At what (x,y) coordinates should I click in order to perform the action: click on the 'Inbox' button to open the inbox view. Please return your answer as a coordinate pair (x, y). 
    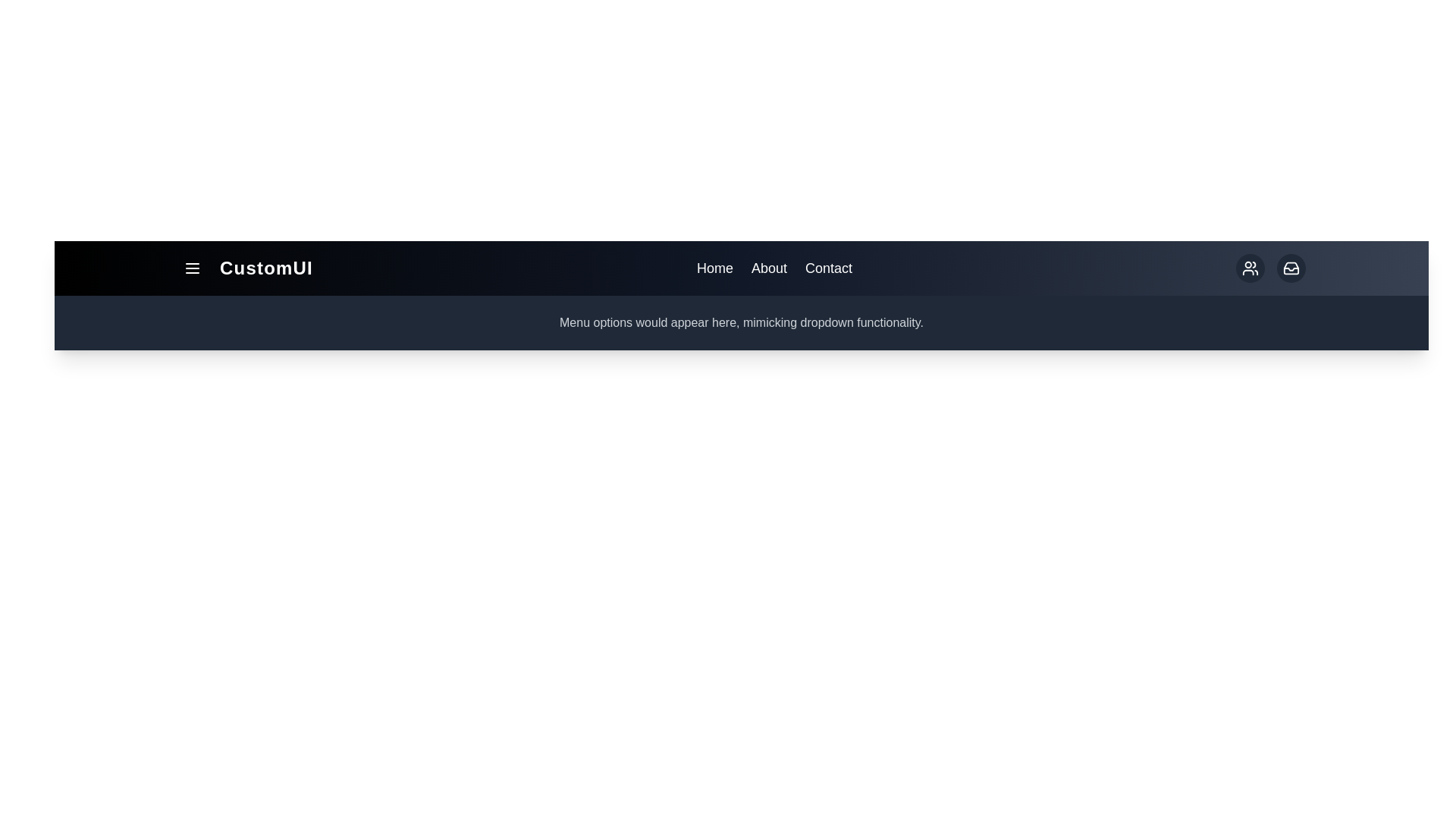
    Looking at the image, I should click on (1291, 268).